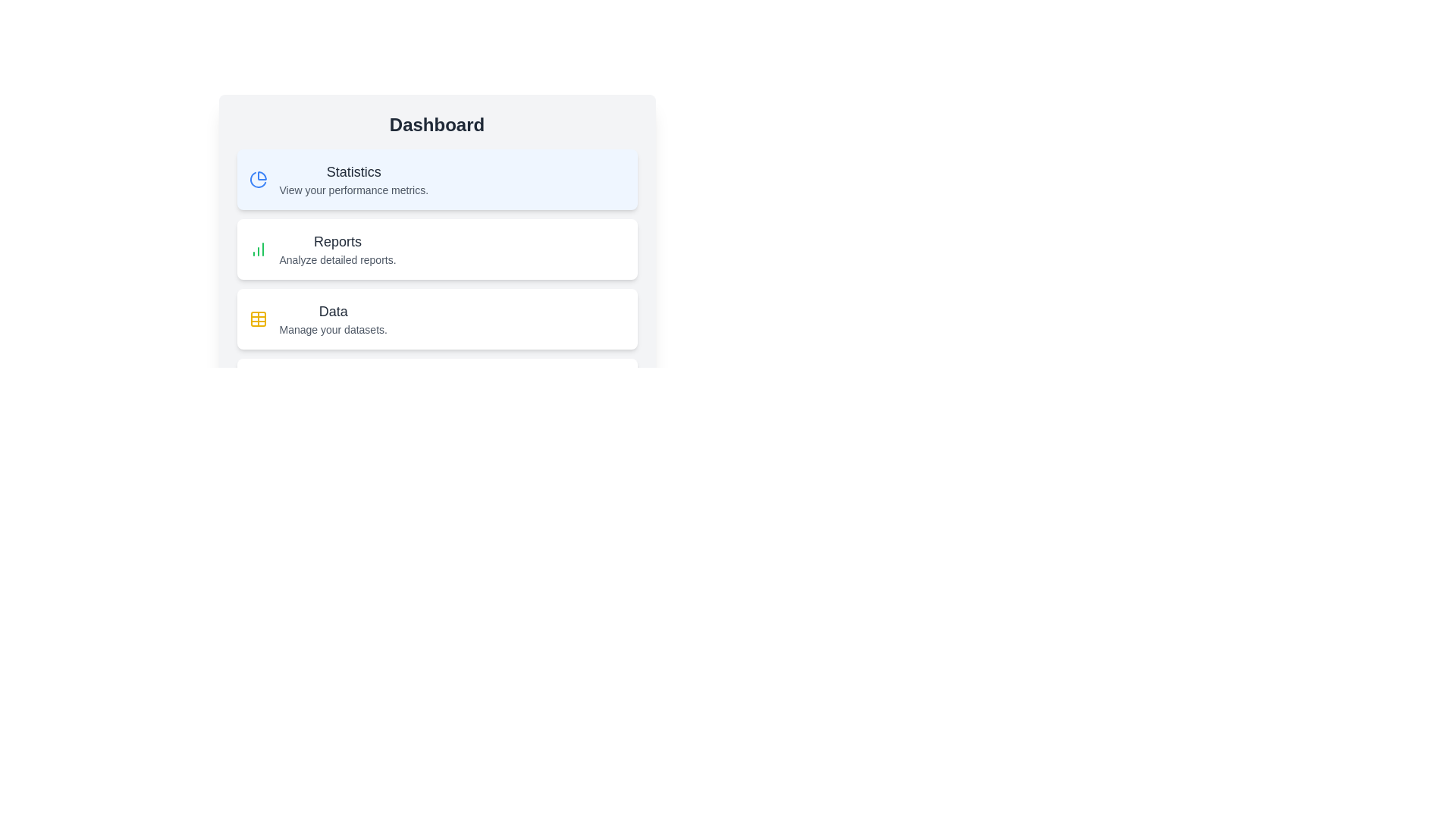 This screenshot has width=1456, height=819. Describe the element at coordinates (258, 248) in the screenshot. I see `the section icon corresponding to Reports` at that location.